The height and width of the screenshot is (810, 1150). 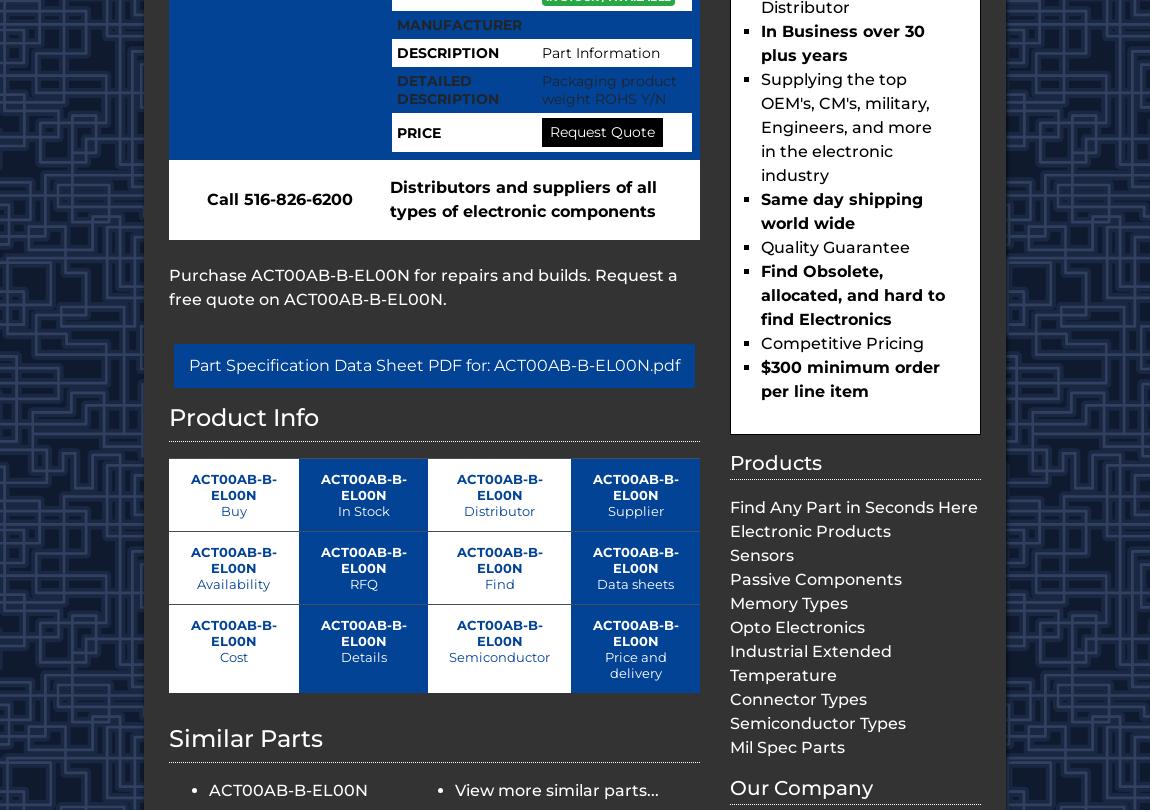 What do you see at coordinates (815, 579) in the screenshot?
I see `'Passive Components'` at bounding box center [815, 579].